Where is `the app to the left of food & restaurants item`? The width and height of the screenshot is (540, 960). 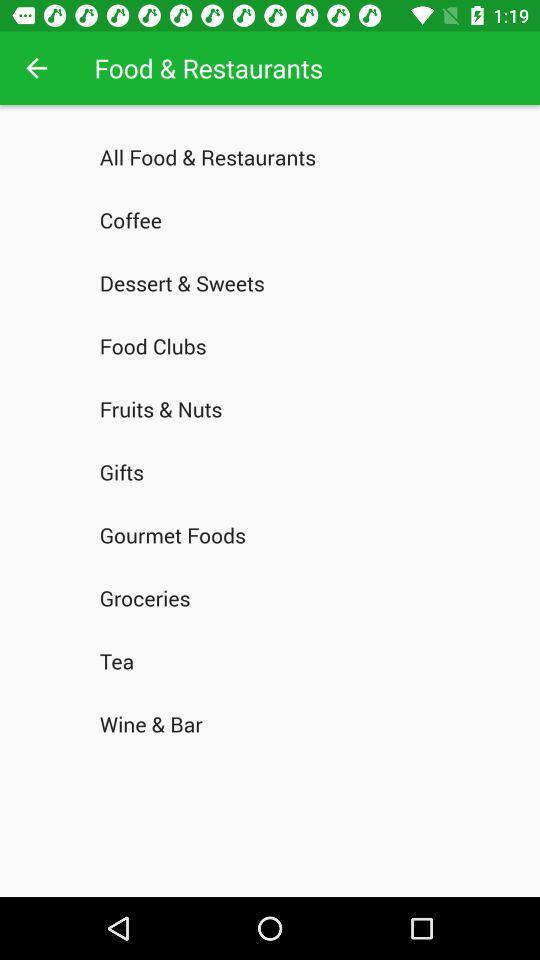 the app to the left of food & restaurants item is located at coordinates (36, 68).